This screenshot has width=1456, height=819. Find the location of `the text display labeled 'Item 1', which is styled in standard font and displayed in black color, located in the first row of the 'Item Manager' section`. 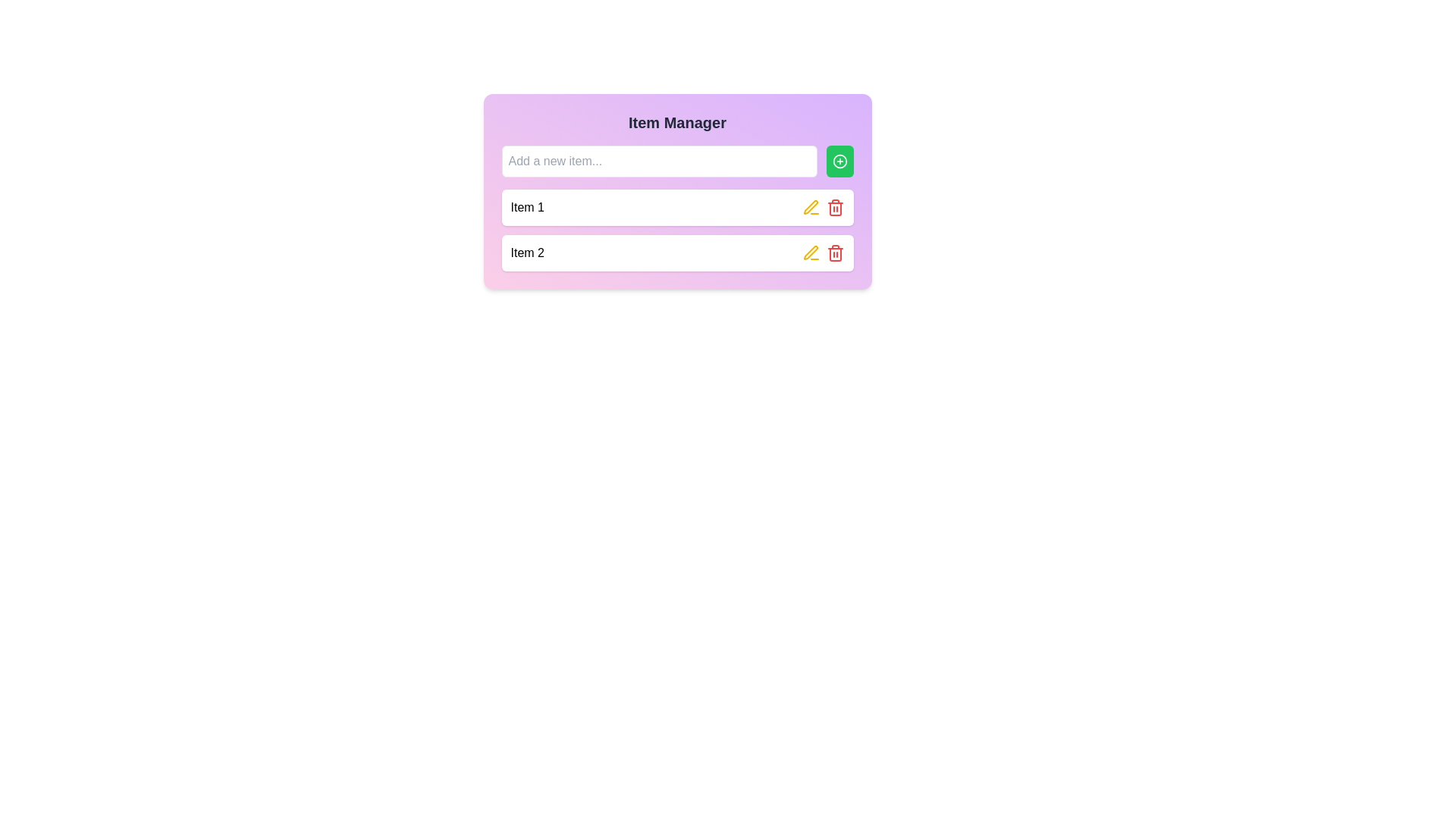

the text display labeled 'Item 1', which is styled in standard font and displayed in black color, located in the first row of the 'Item Manager' section is located at coordinates (527, 207).